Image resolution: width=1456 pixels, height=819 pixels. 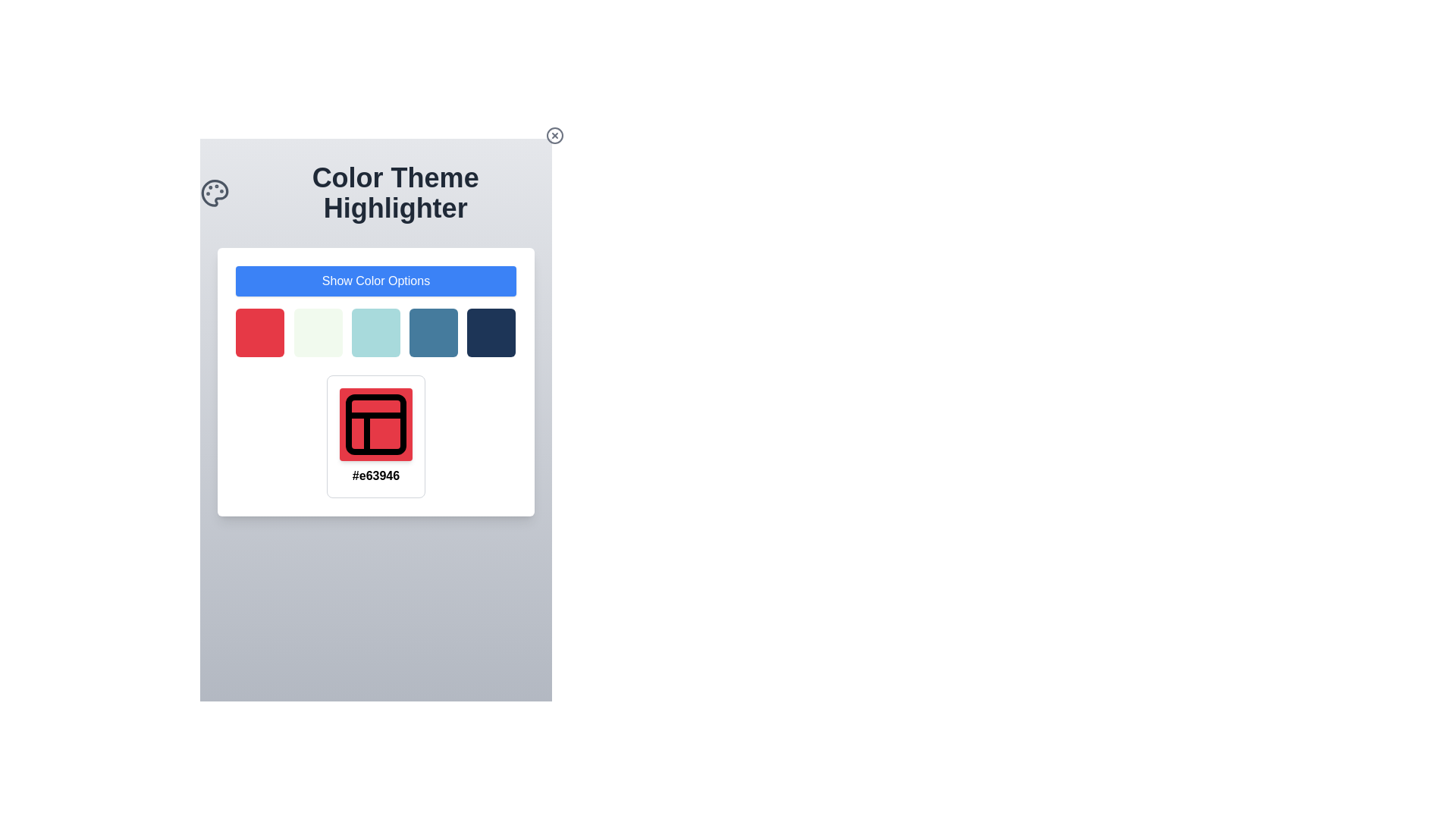 What do you see at coordinates (554, 134) in the screenshot?
I see `the outer circular component of the icon located in the top-right corner, adjacent to the title 'Color Theme Highlighter'` at bounding box center [554, 134].